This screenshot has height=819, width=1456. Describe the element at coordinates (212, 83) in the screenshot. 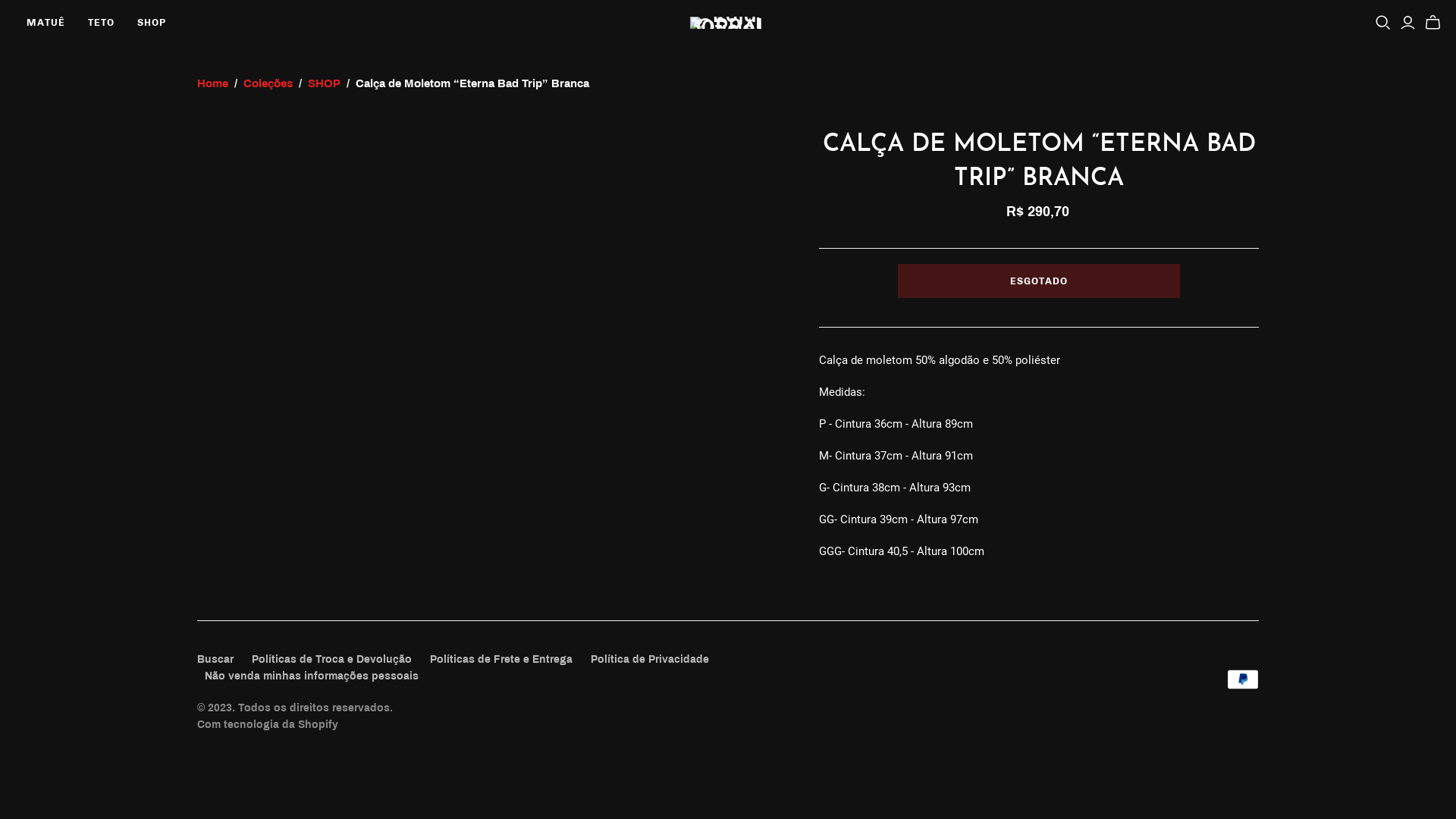

I see `'Home'` at that location.